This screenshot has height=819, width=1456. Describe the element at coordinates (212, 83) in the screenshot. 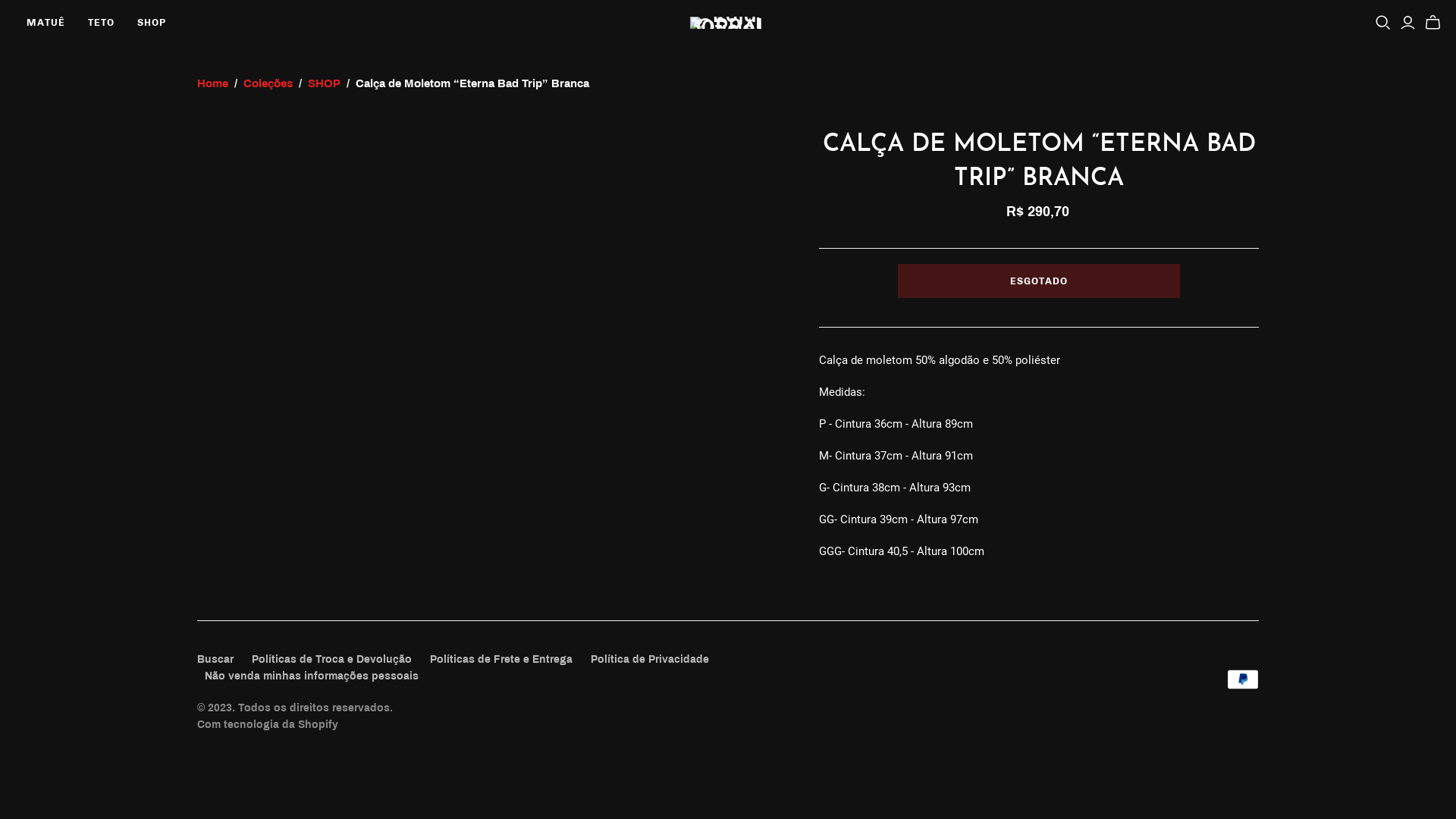

I see `'Home'` at that location.